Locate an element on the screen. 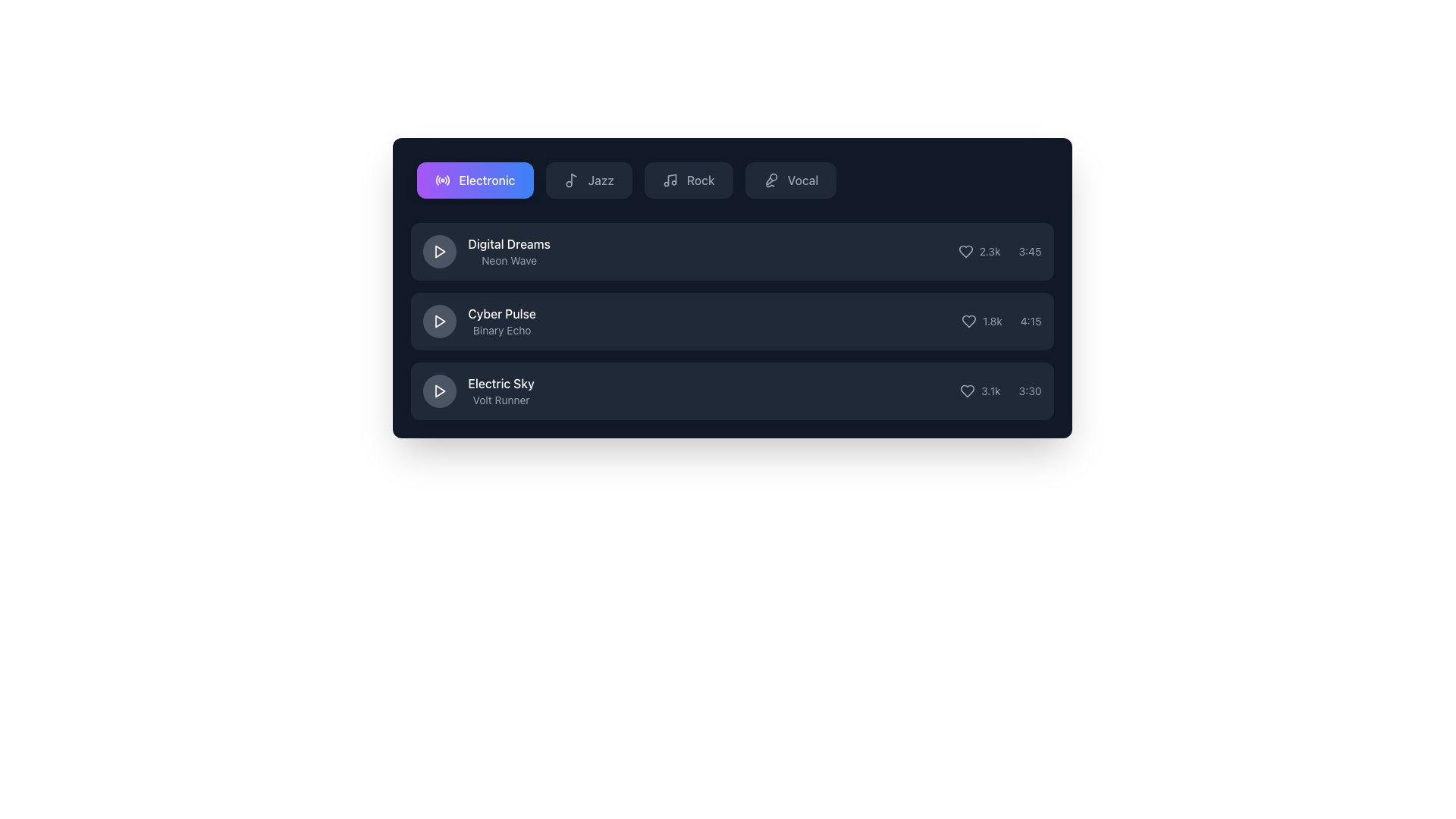 The image size is (1456, 819). the third item in the list titled 'Electric Sky' with subtitle 'Volt Runner' is located at coordinates (478, 391).